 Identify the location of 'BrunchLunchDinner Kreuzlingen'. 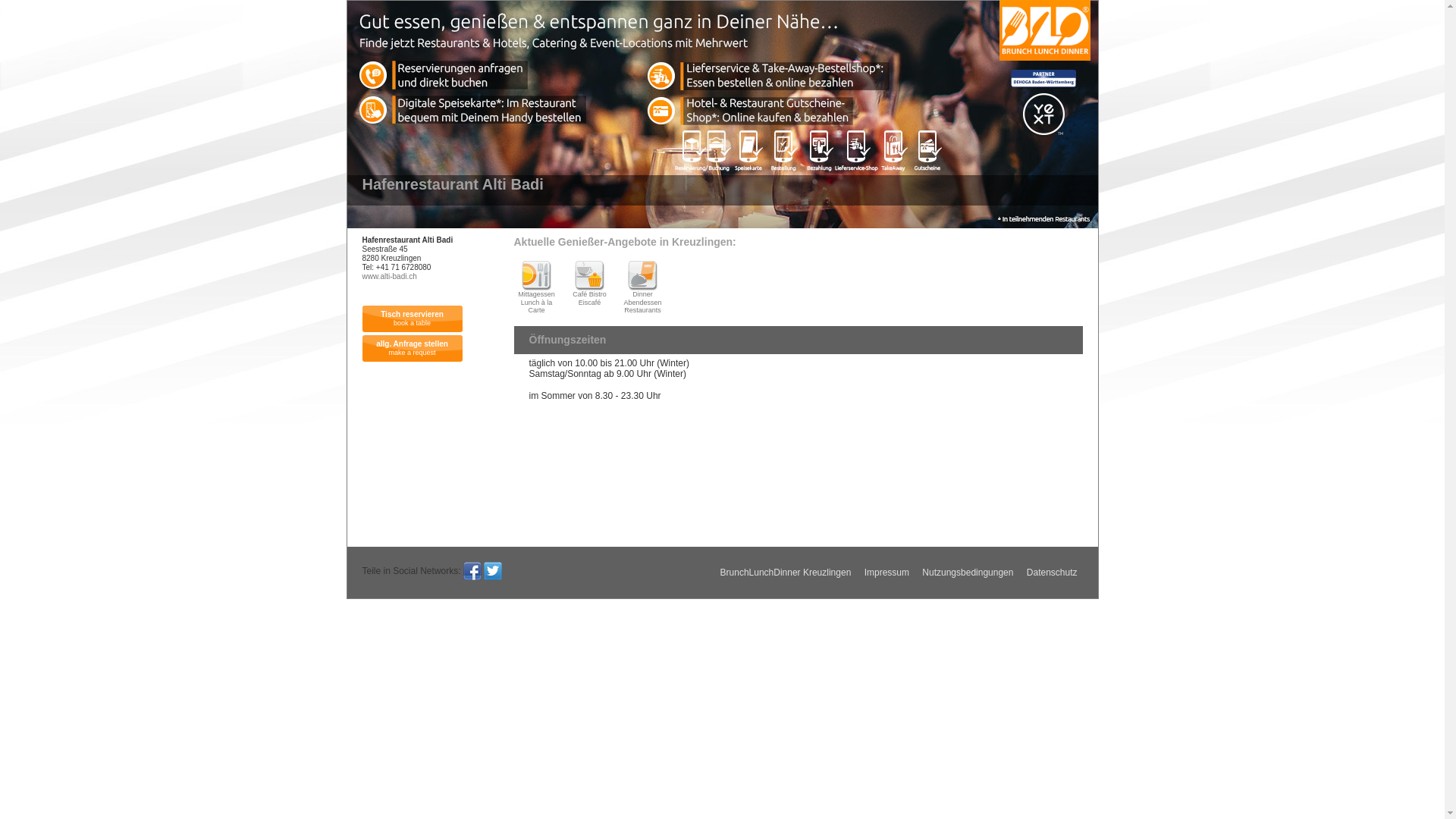
(786, 573).